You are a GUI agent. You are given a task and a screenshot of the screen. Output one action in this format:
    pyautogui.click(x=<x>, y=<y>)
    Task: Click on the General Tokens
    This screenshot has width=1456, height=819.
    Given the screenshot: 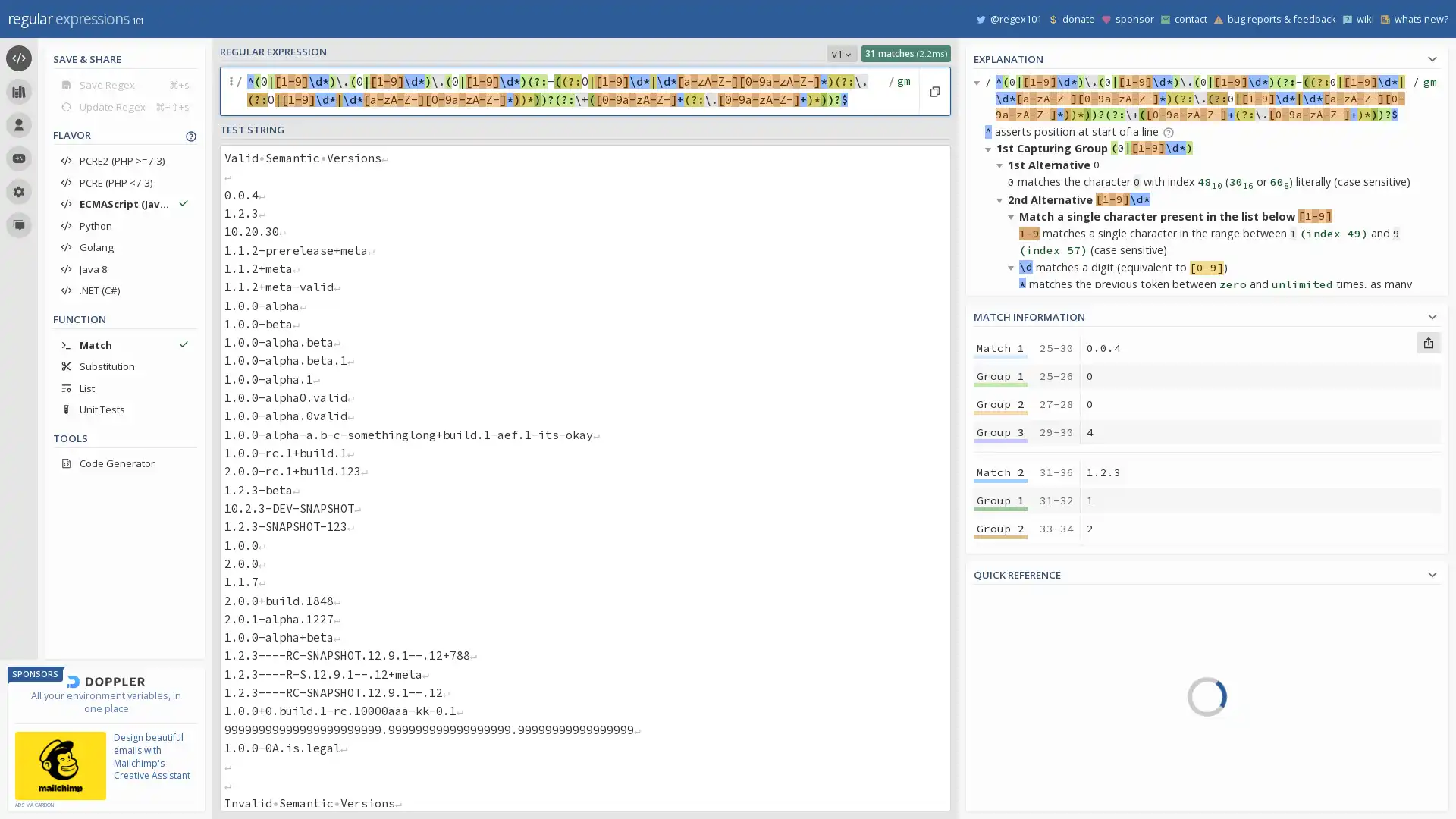 What is the action you would take?
    pyautogui.click(x=1044, y=672)
    